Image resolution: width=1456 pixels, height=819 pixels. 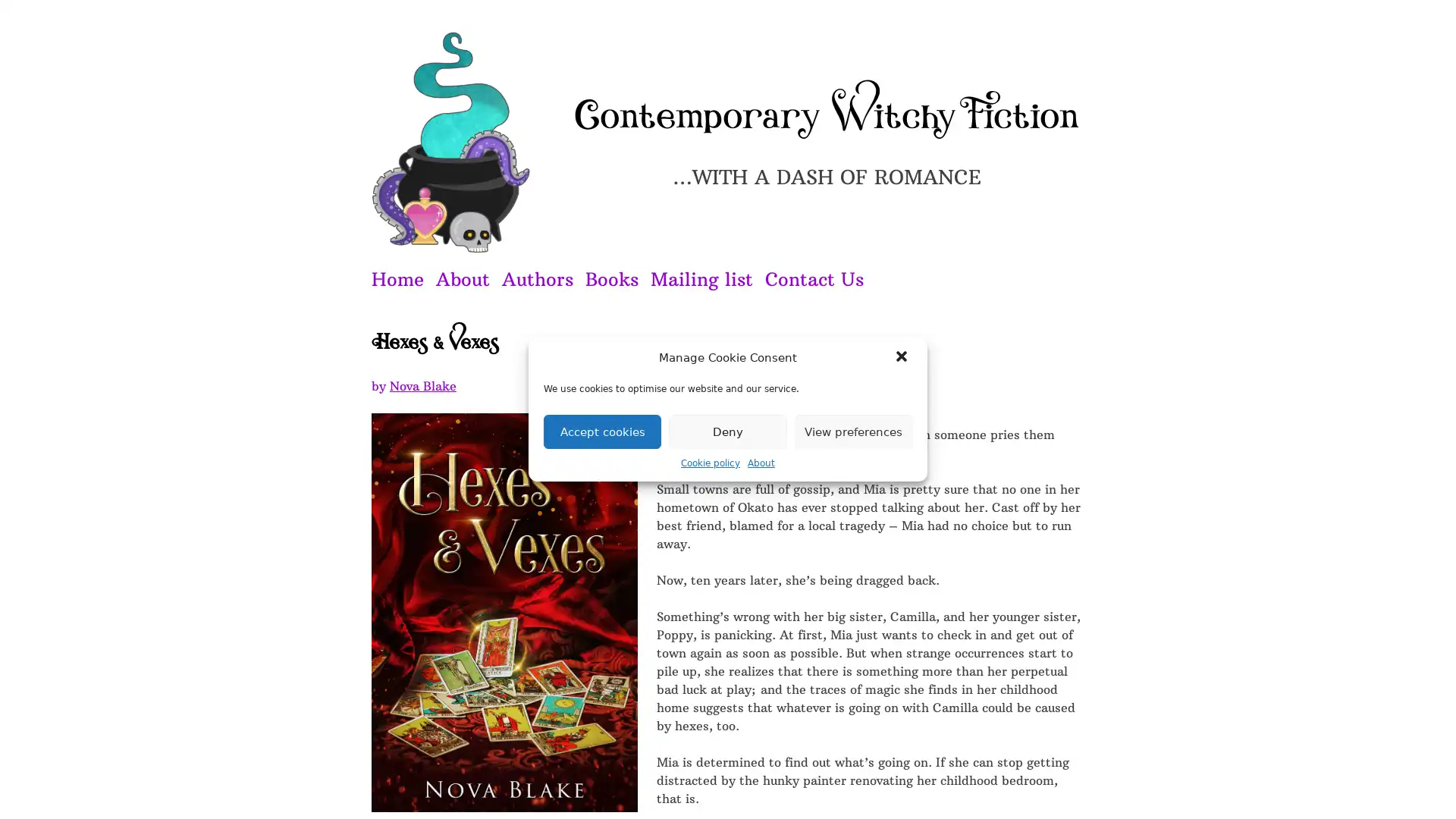 I want to click on Accept cookies, so click(x=601, y=431).